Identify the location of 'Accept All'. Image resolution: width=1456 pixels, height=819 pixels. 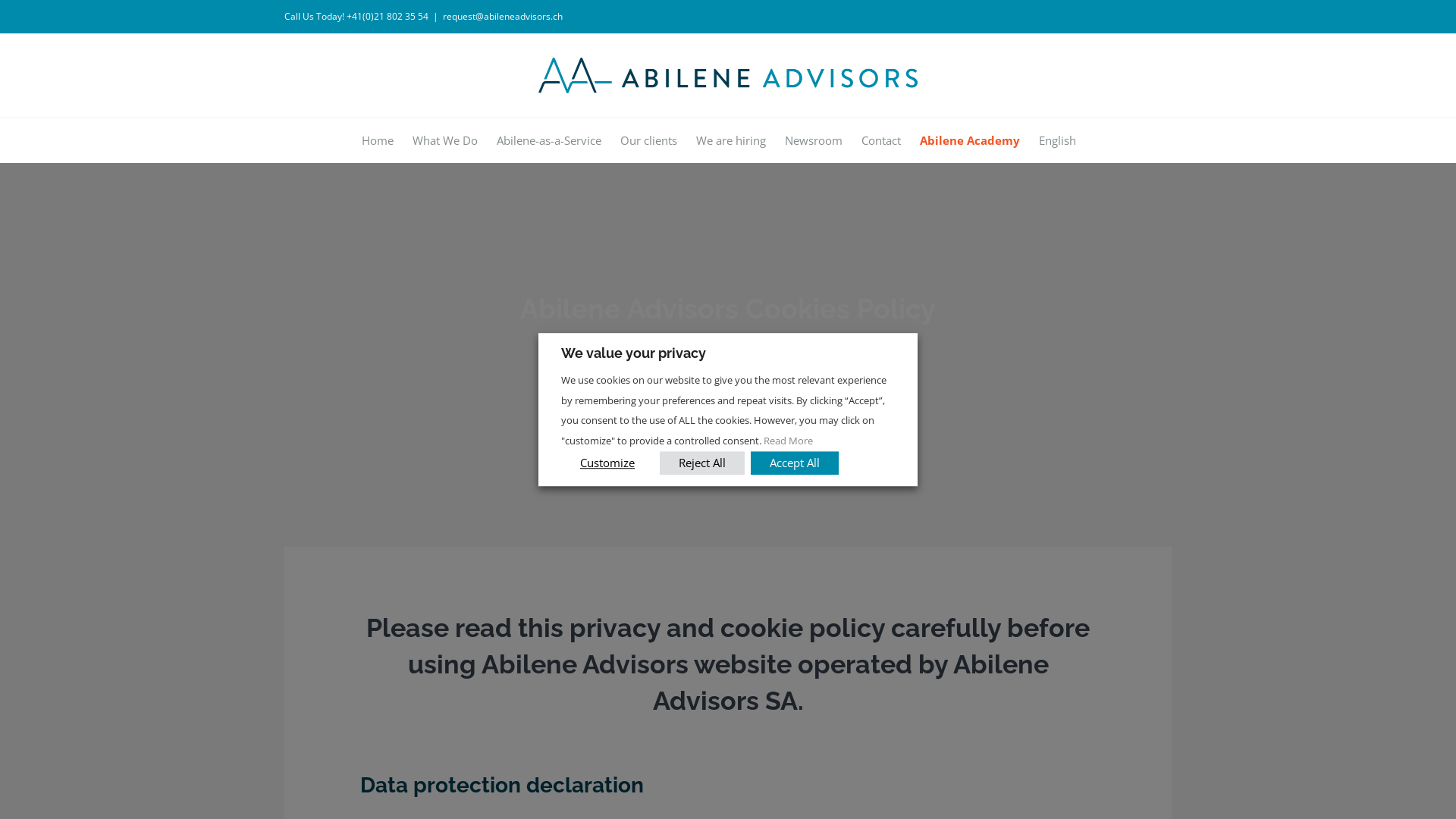
(793, 462).